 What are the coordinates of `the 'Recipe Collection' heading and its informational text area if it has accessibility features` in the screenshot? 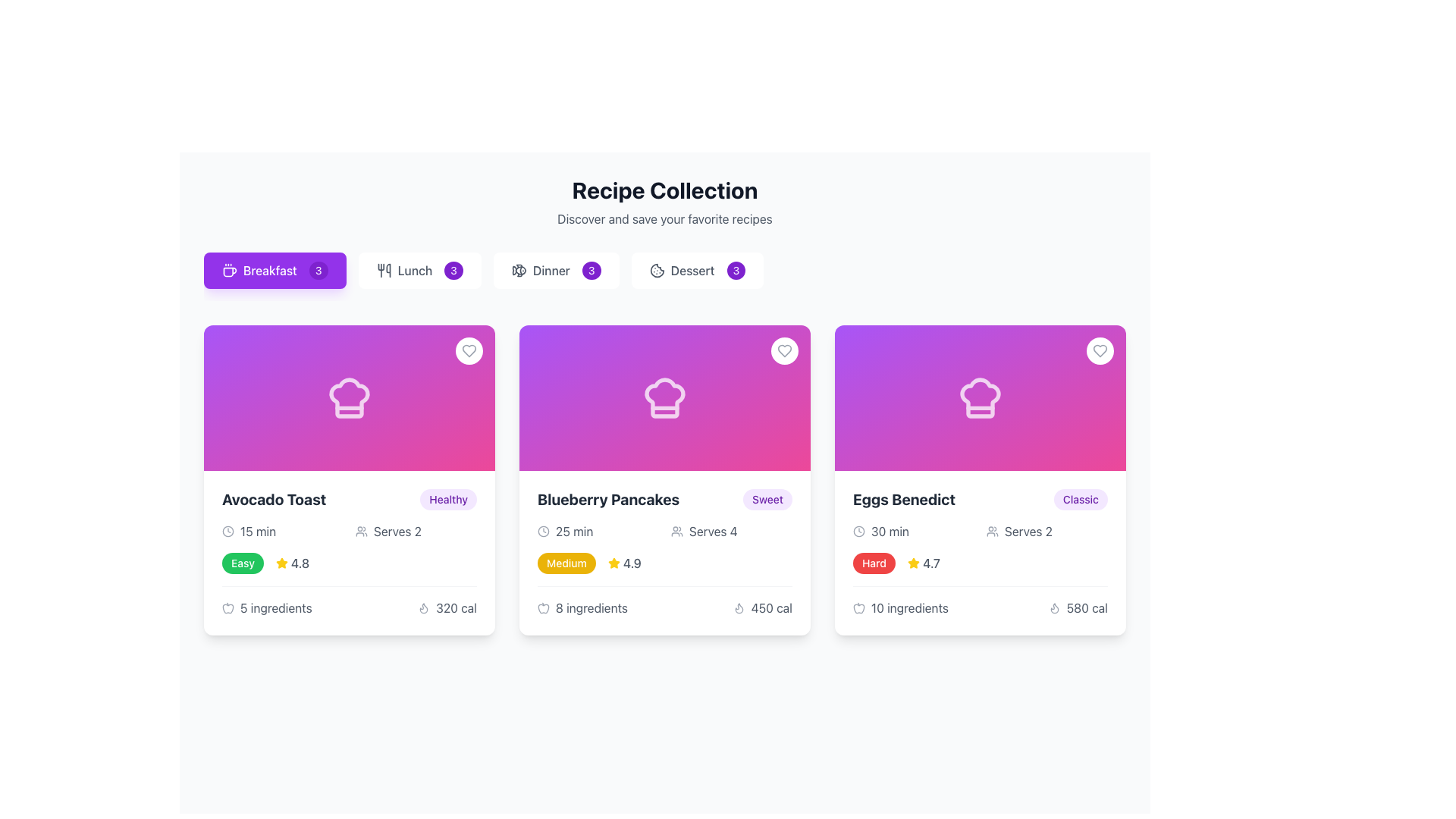 It's located at (665, 201).